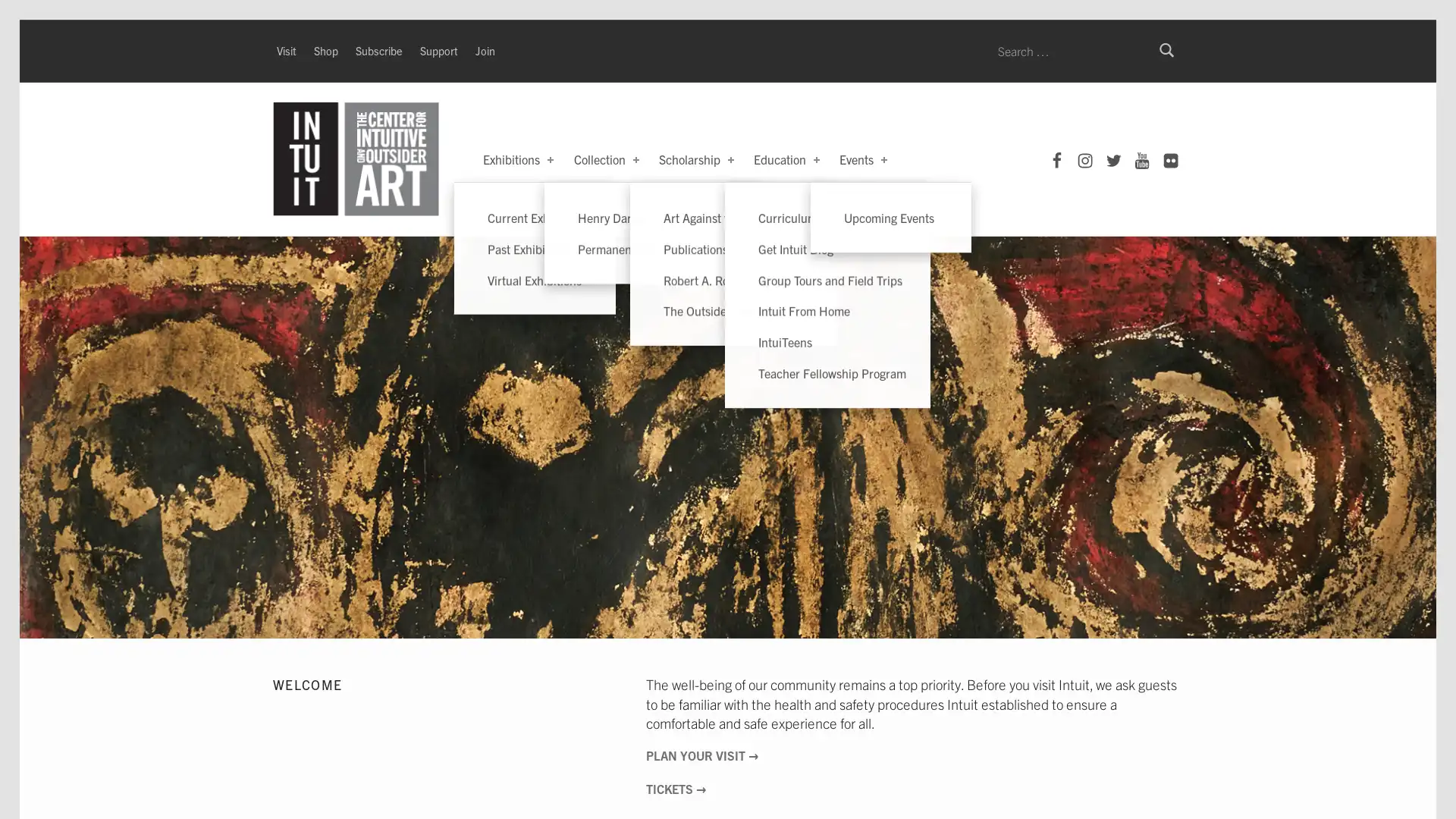 The width and height of the screenshot is (1456, 819). I want to click on Search, so click(1165, 40).